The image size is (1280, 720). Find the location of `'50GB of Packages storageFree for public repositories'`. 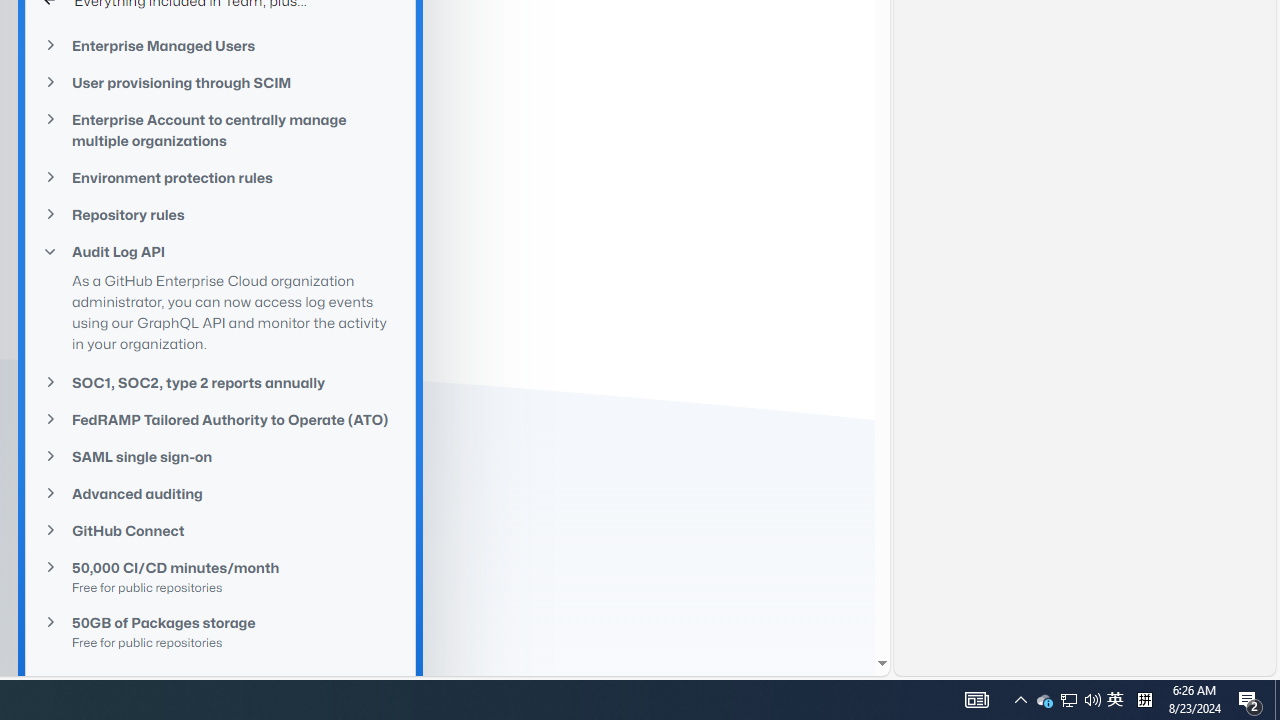

'50GB of Packages storageFree for public repositories' is located at coordinates (220, 631).